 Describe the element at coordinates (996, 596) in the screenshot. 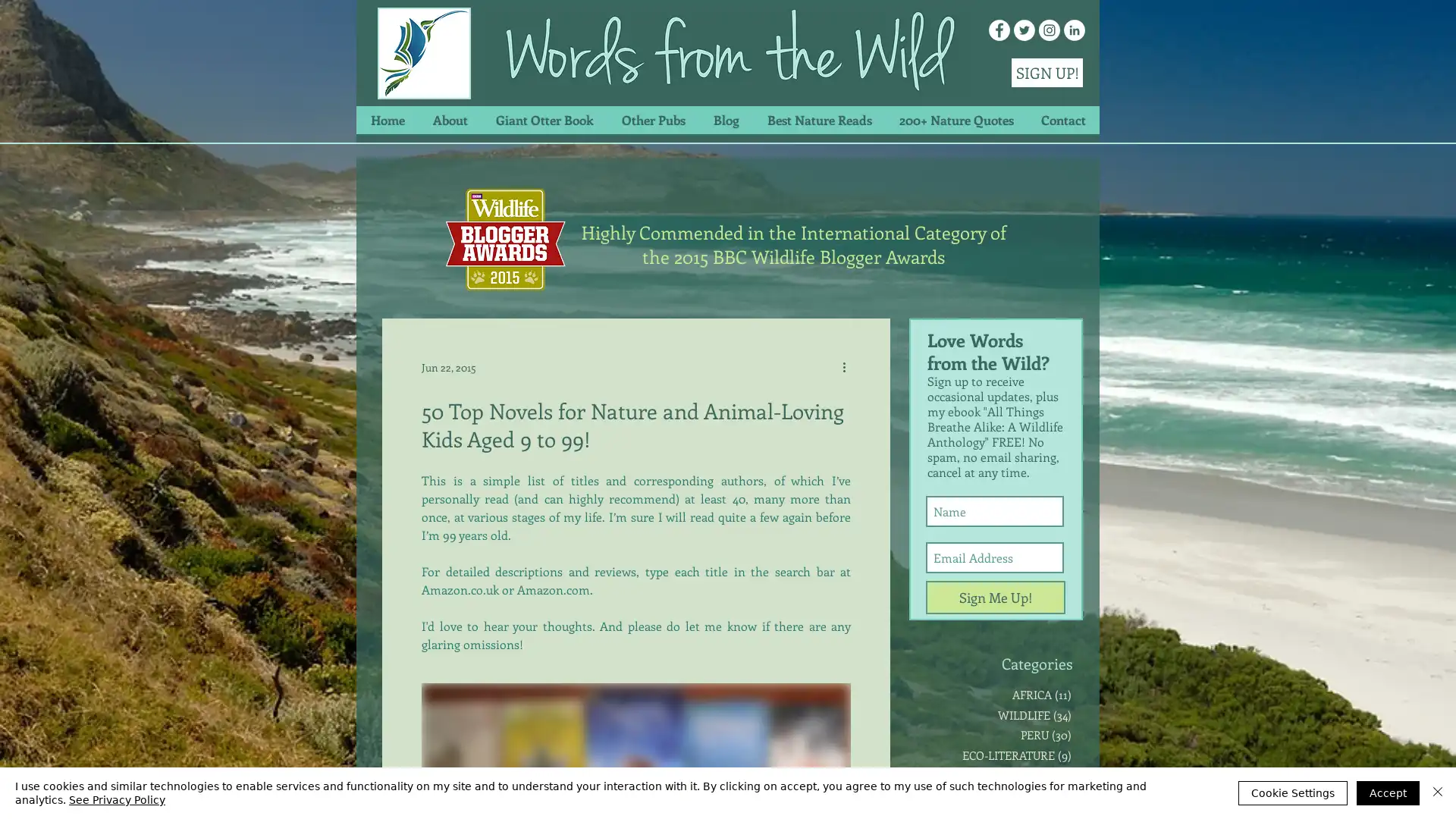

I see `Sign Me Up!` at that location.